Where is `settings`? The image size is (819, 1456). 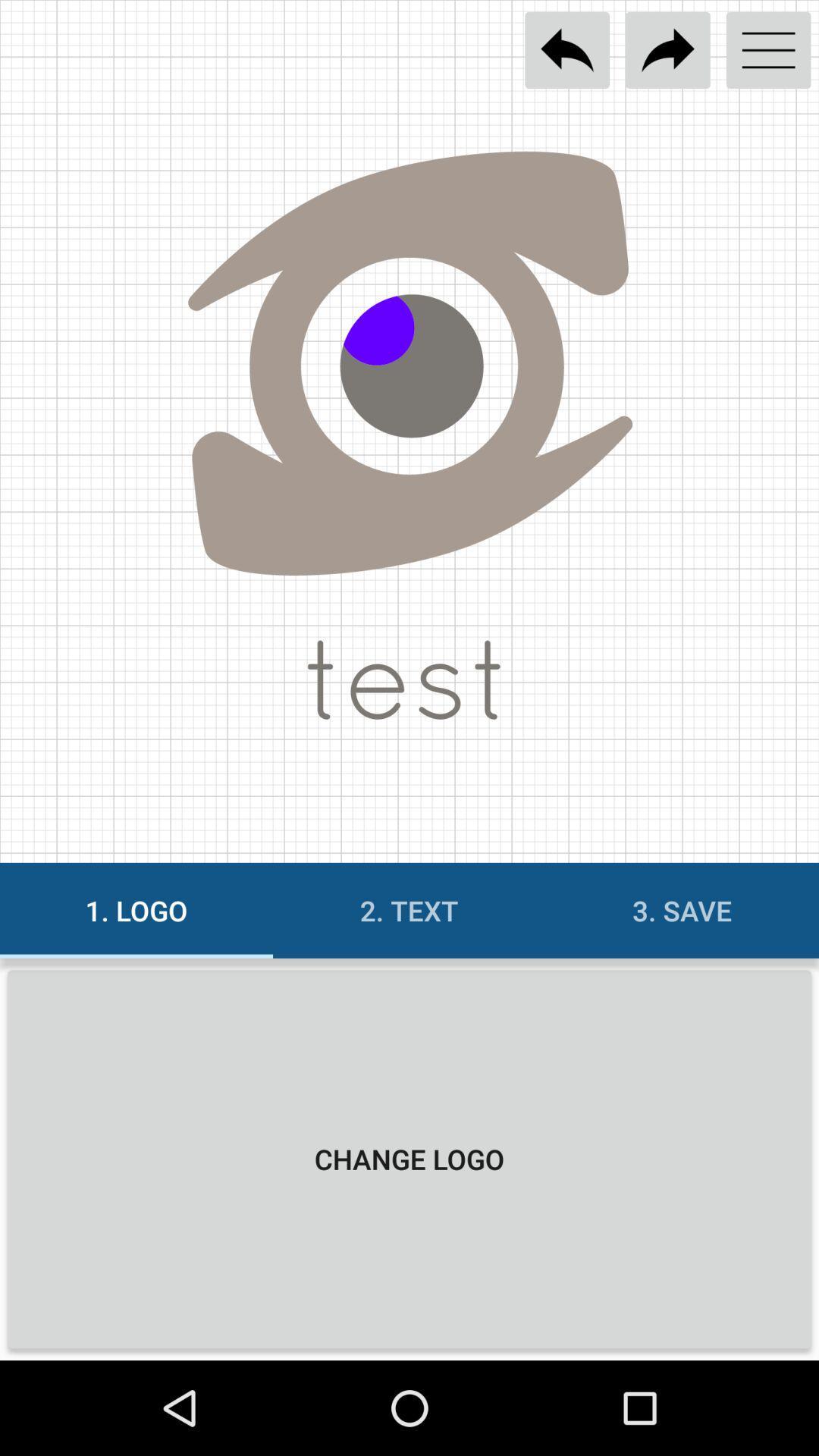
settings is located at coordinates (768, 50).